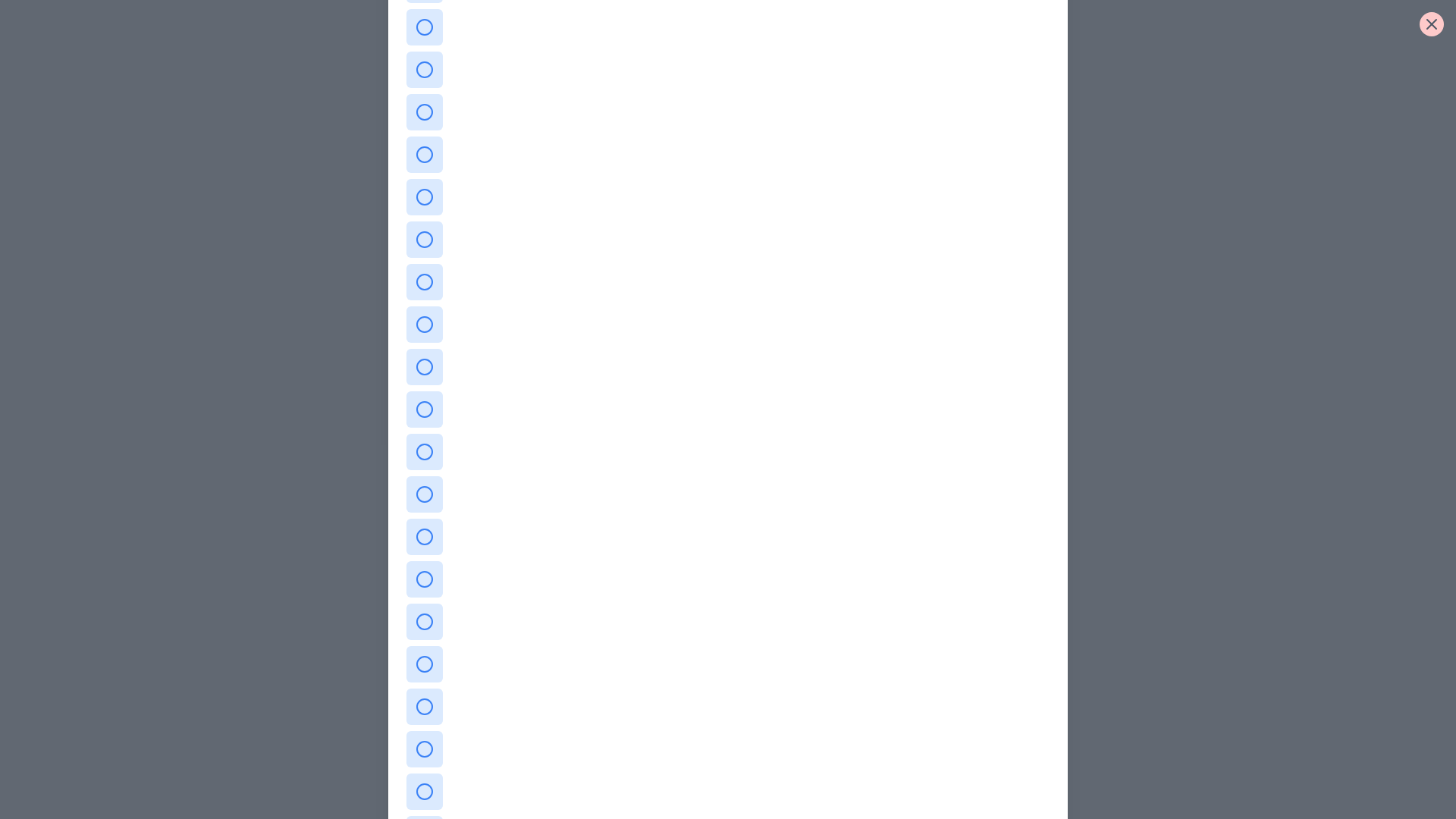  What do you see at coordinates (1430, 24) in the screenshot?
I see `the close button to close the dialog` at bounding box center [1430, 24].